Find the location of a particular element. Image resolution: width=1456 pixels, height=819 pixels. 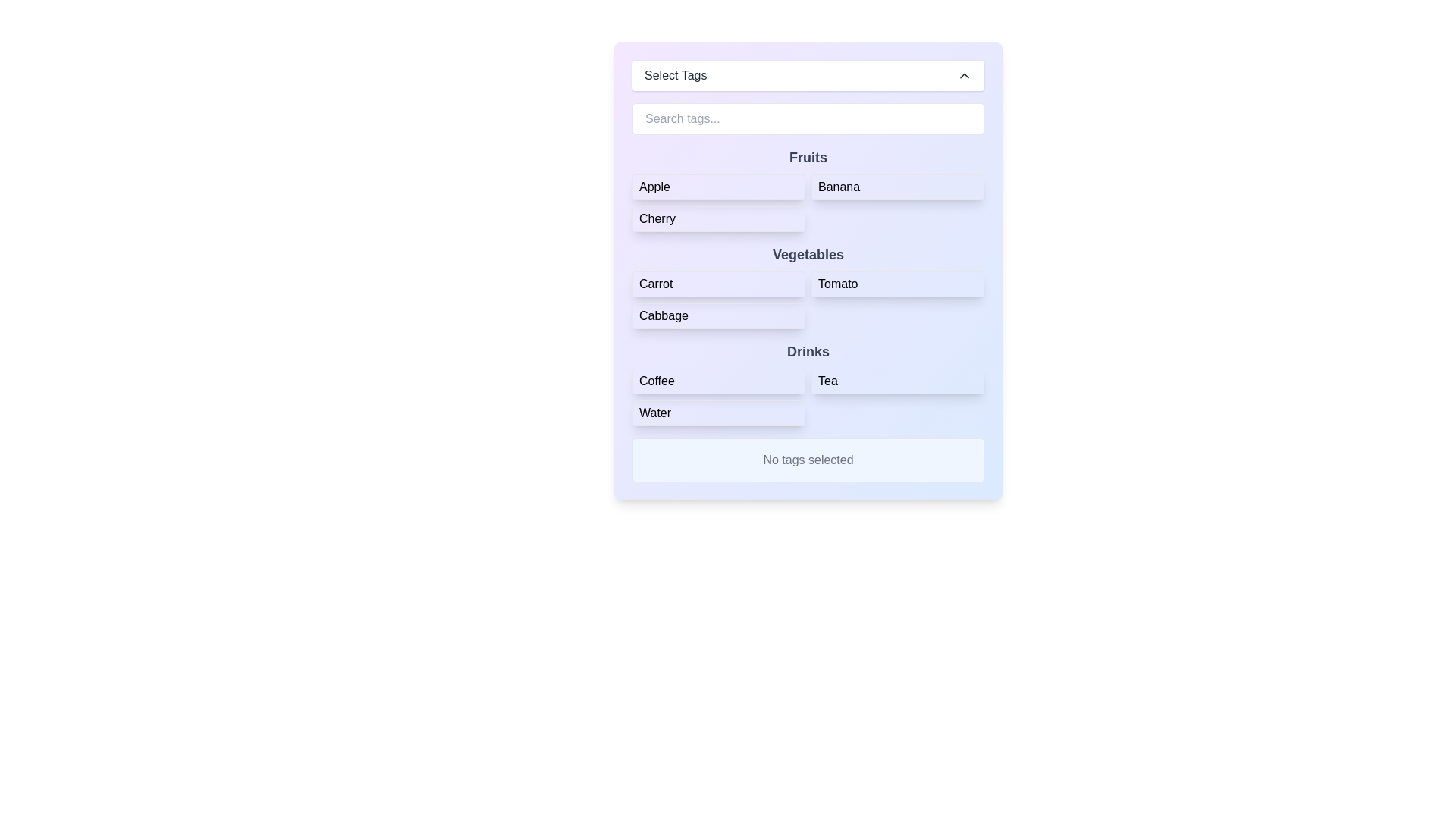

the chevron icon is located at coordinates (964, 76).